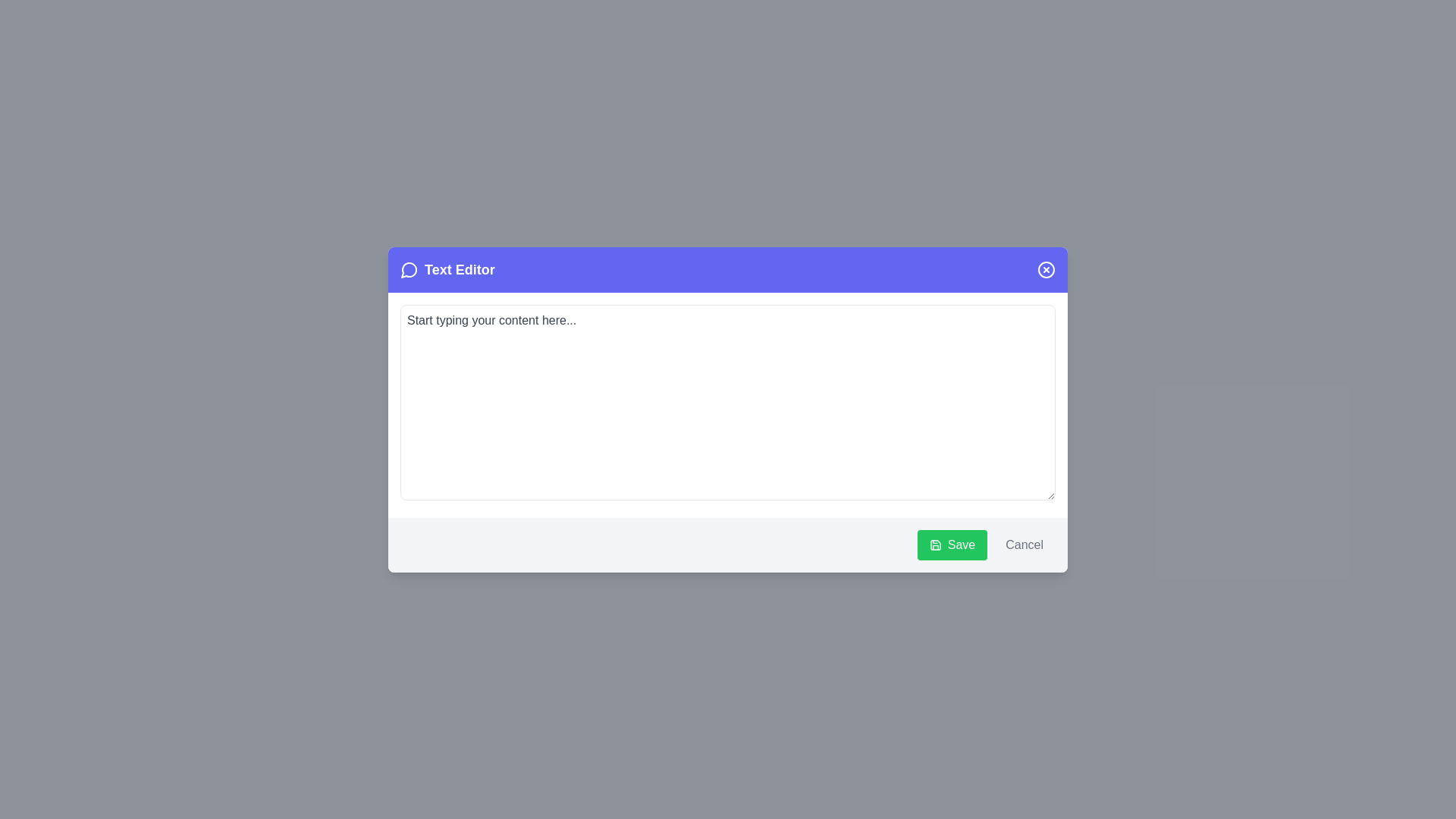 The width and height of the screenshot is (1456, 819). What do you see at coordinates (951, 544) in the screenshot?
I see `'Save' button to save the content` at bounding box center [951, 544].